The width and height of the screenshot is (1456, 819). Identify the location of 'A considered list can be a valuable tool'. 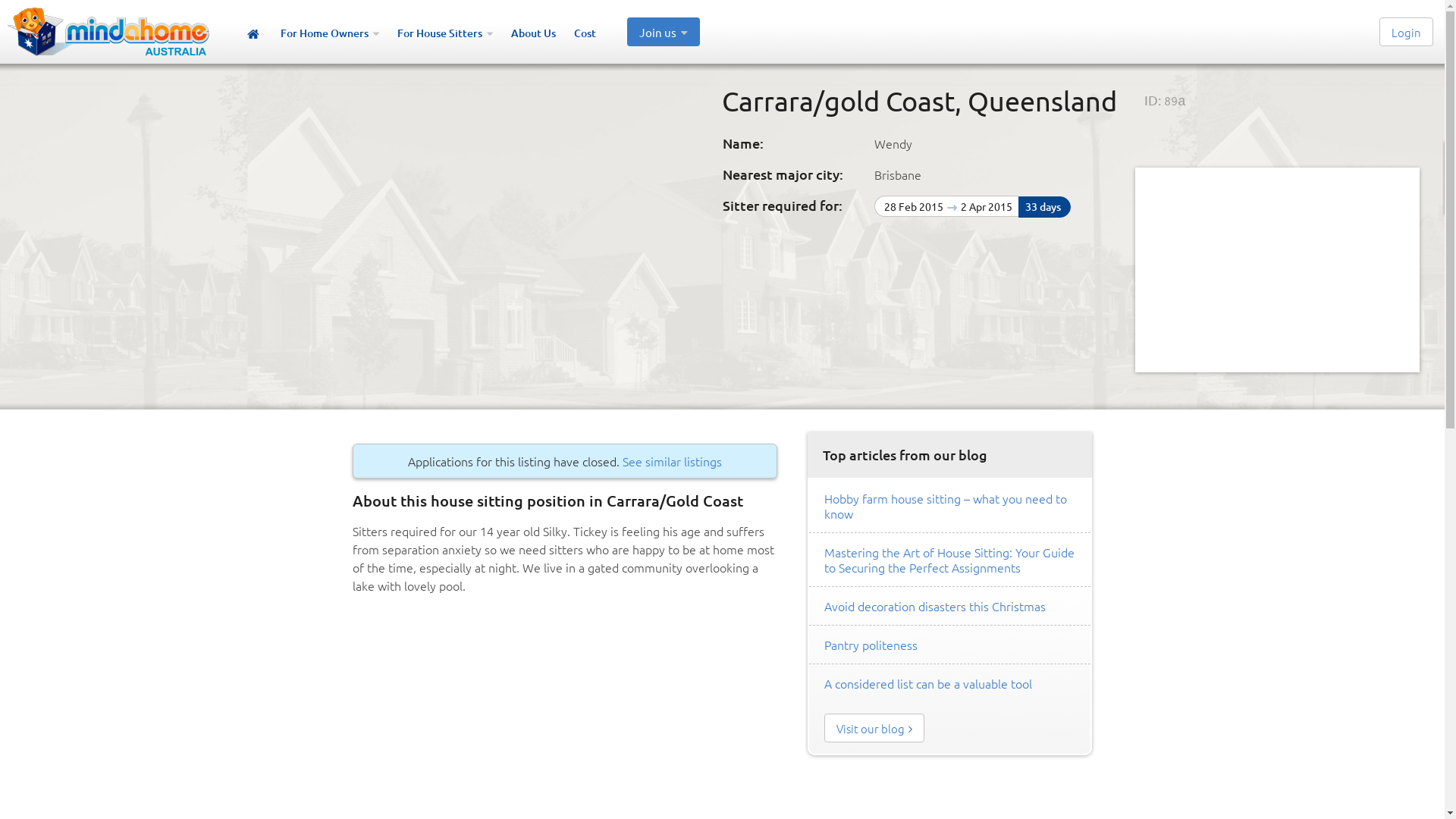
(927, 683).